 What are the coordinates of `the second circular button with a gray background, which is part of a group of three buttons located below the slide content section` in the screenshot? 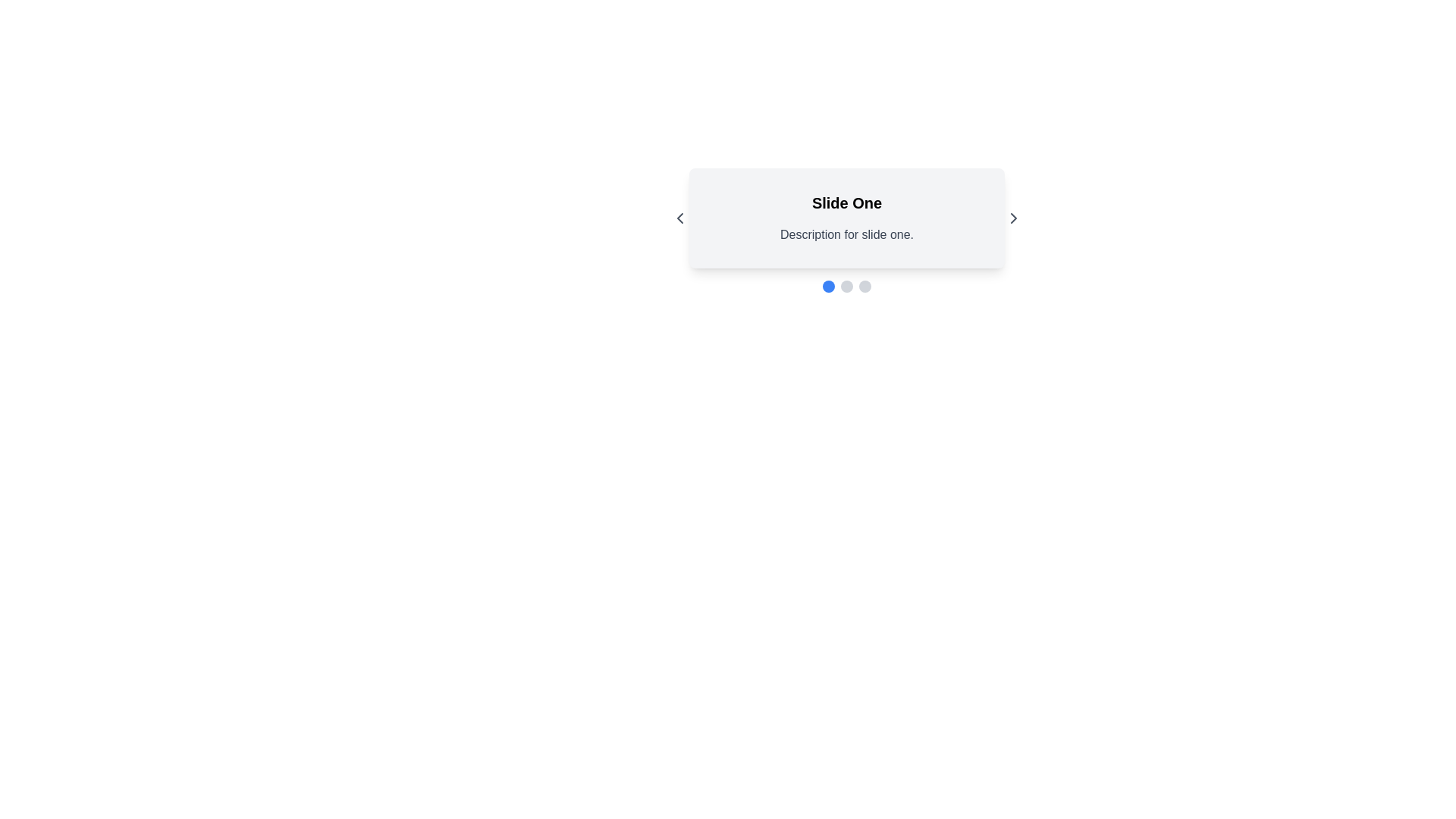 It's located at (846, 287).